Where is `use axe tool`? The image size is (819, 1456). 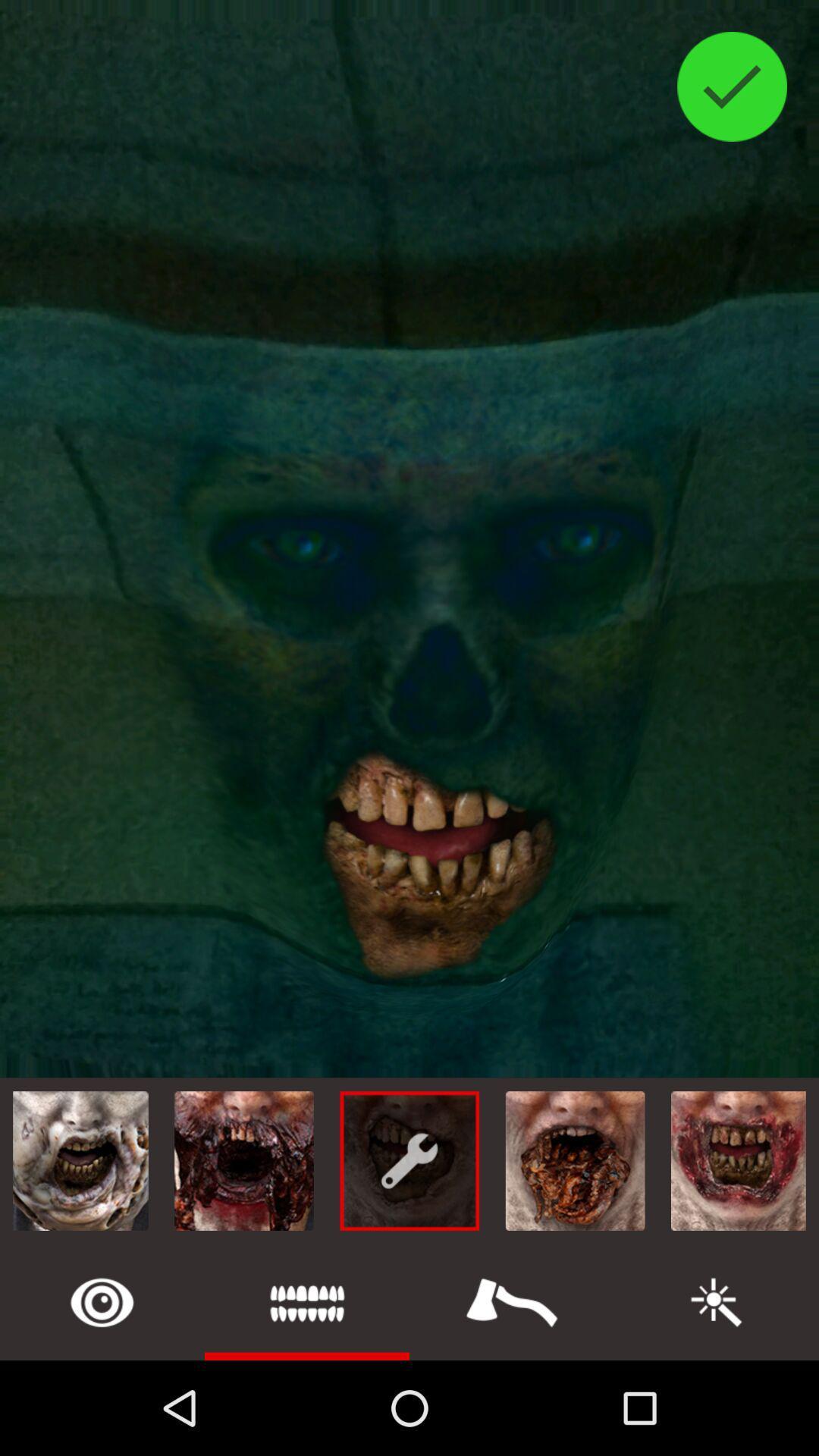
use axe tool is located at coordinates (512, 1301).